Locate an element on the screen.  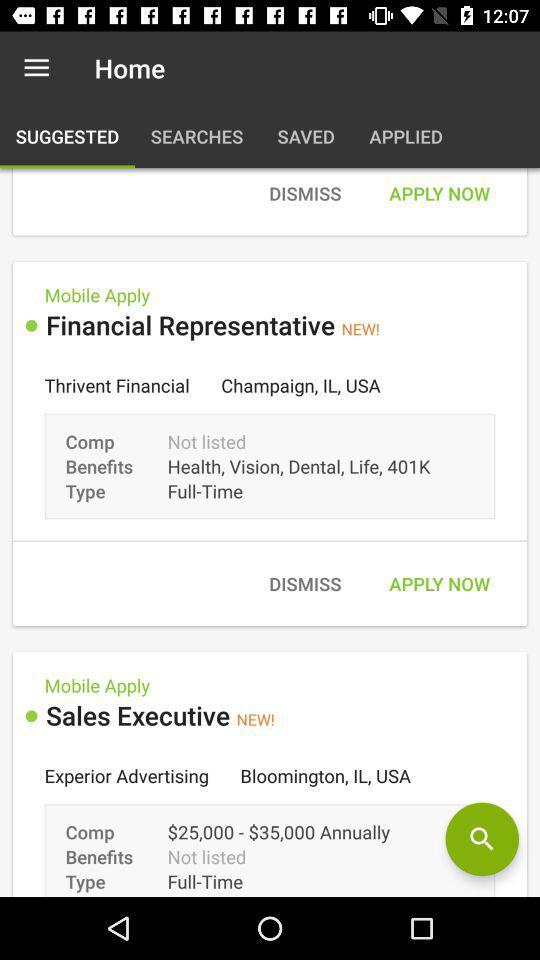
the icon to the right of the comp icon is located at coordinates (481, 839).